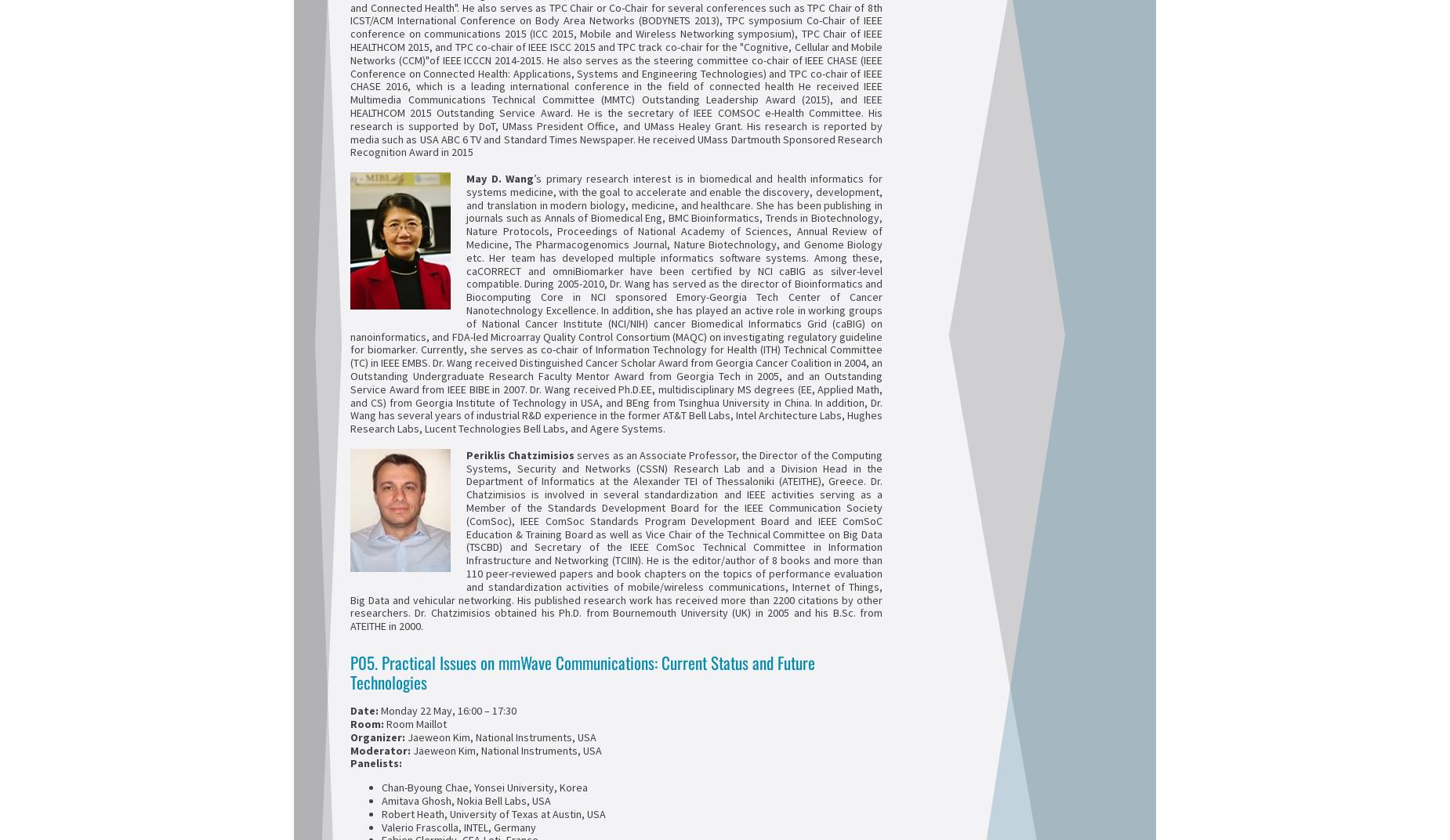 This screenshot has height=840, width=1450. Describe the element at coordinates (582, 672) in the screenshot. I see `'P05. Practical Issues on mmWave Communications: Current Status and Future Technologies'` at that location.